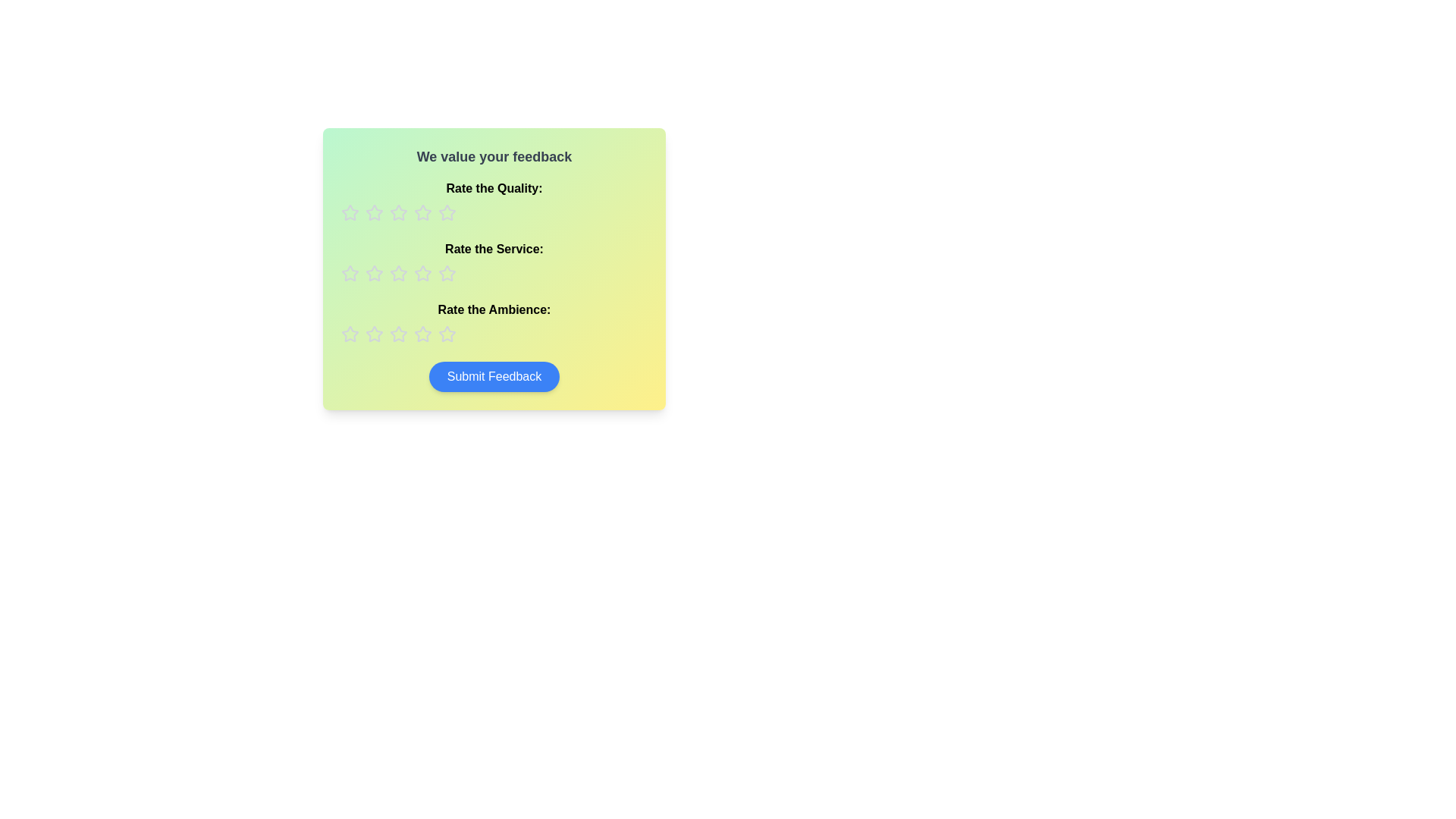 Image resolution: width=1456 pixels, height=819 pixels. Describe the element at coordinates (494, 213) in the screenshot. I see `the interactive star icons in the Rating component` at that location.